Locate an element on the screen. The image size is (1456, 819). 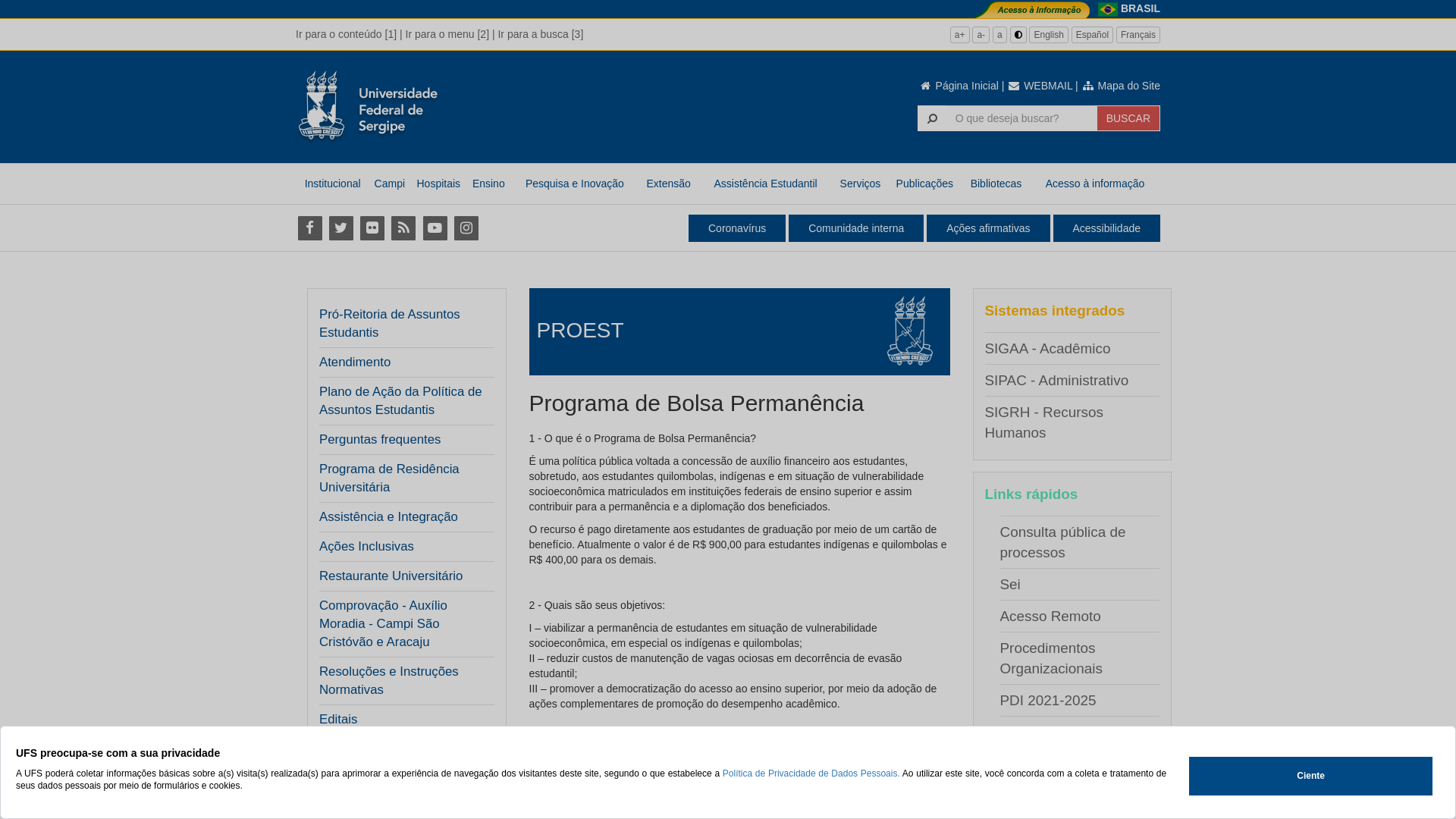
'English' is located at coordinates (1047, 34).